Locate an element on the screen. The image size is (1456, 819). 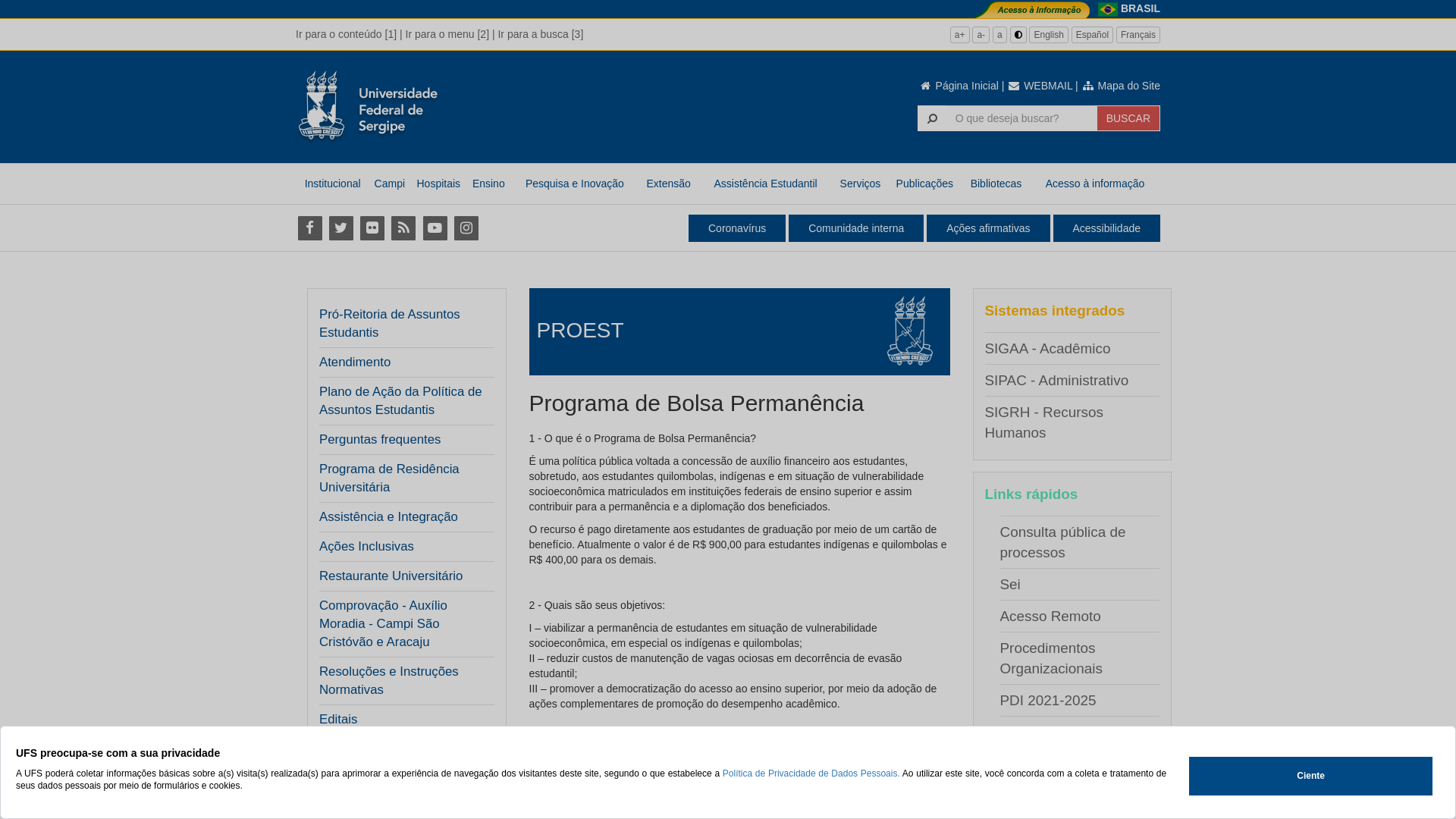
'English' is located at coordinates (1047, 34).